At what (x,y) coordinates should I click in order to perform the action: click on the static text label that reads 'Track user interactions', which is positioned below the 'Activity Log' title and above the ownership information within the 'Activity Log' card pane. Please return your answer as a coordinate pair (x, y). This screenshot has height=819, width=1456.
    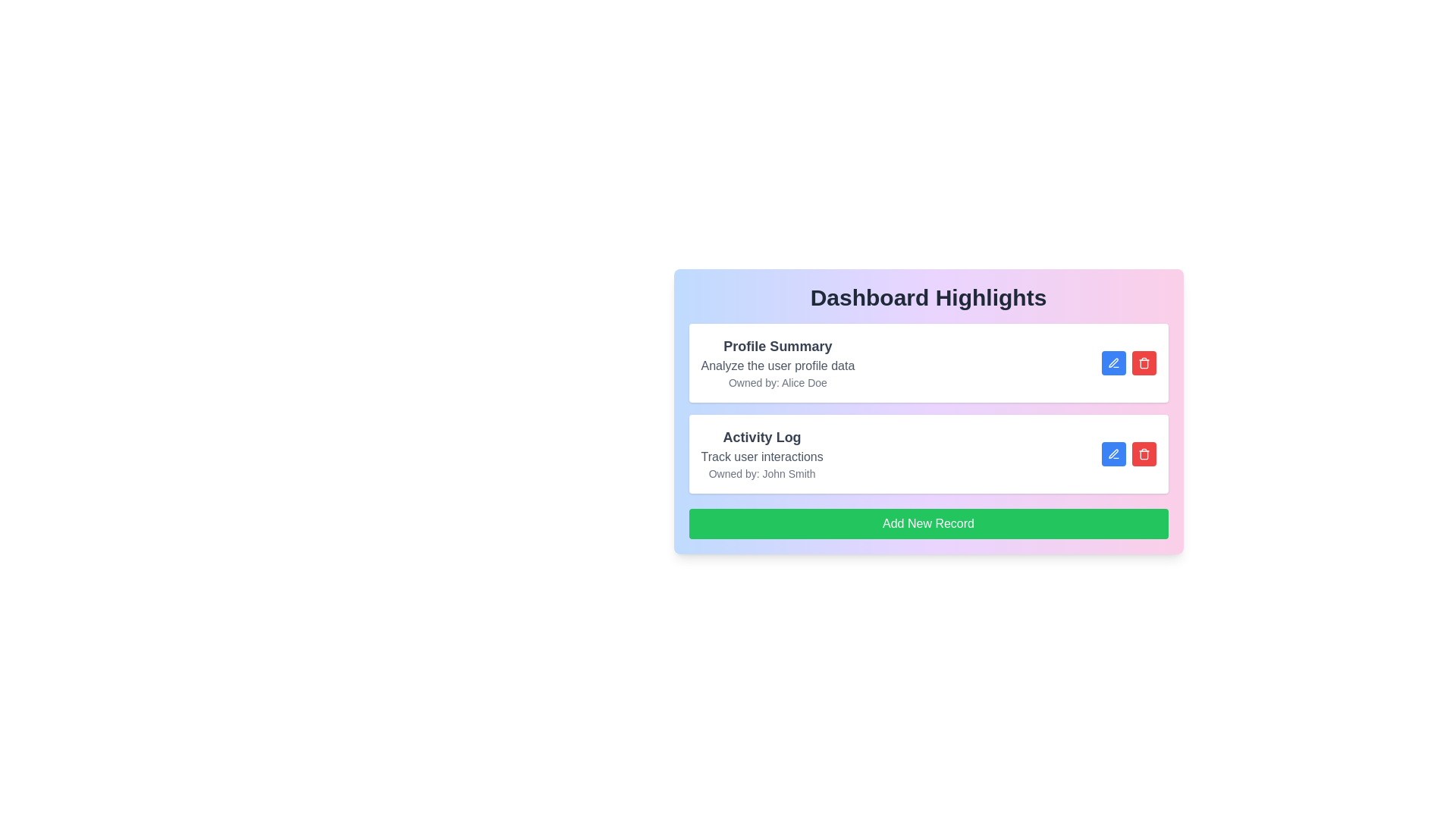
    Looking at the image, I should click on (762, 456).